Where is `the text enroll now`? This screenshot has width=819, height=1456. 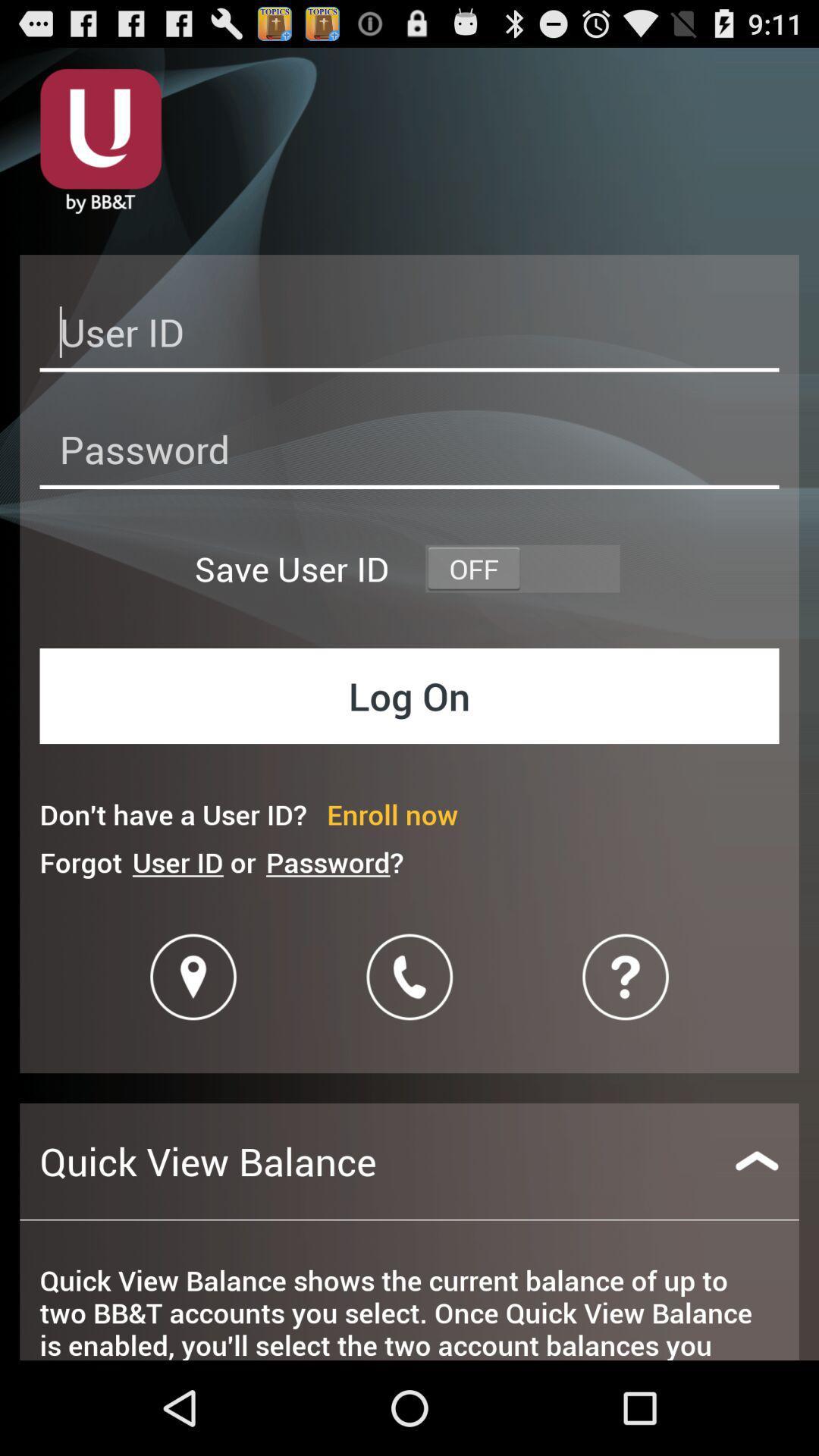
the text enroll now is located at coordinates (391, 814).